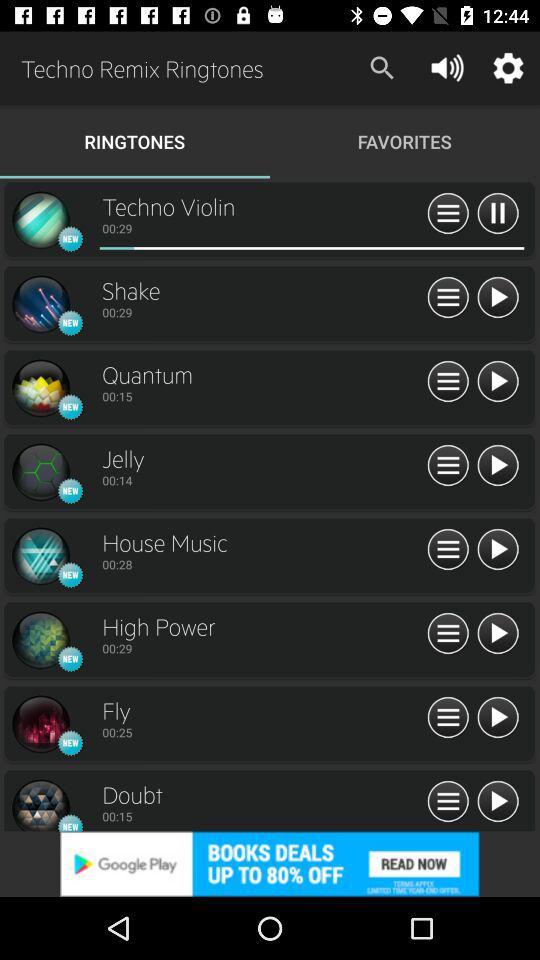 Image resolution: width=540 pixels, height=960 pixels. Describe the element at coordinates (496, 718) in the screenshot. I see `'fly ringtone` at that location.